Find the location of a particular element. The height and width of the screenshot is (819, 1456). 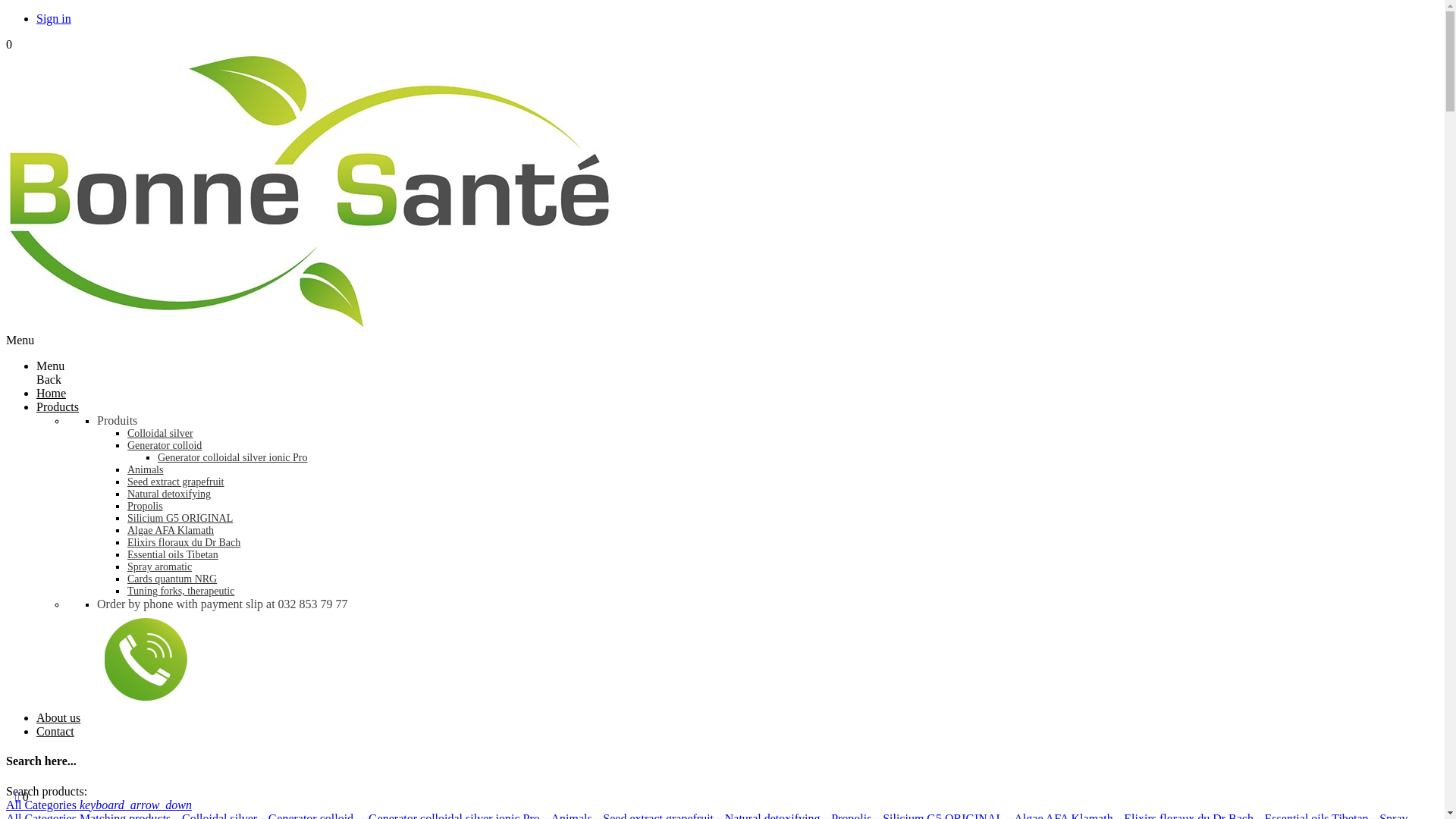

'Tuning forks, therapeutic' is located at coordinates (180, 590).